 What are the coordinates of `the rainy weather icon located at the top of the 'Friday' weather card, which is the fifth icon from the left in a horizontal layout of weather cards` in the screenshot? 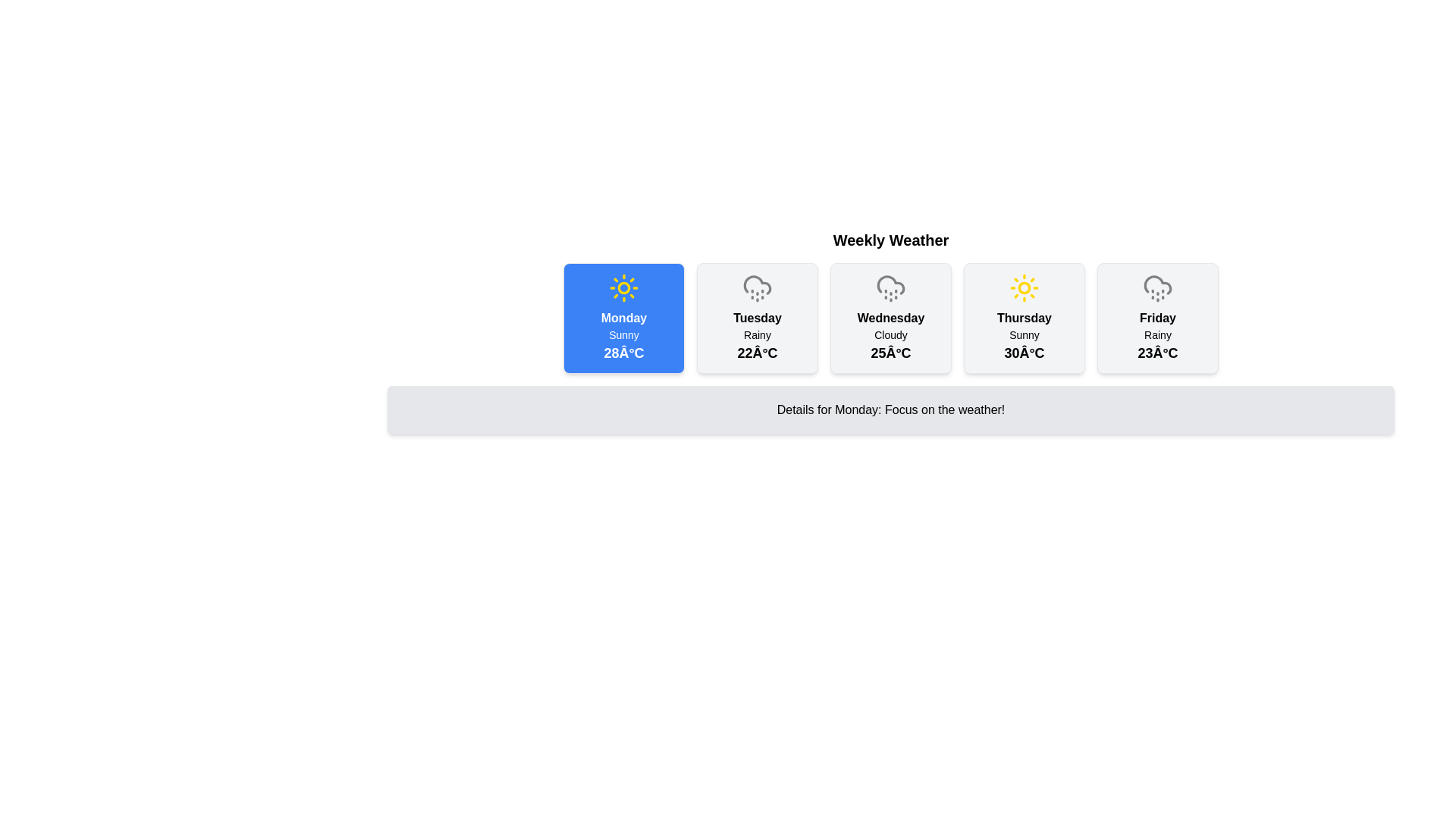 It's located at (1156, 288).